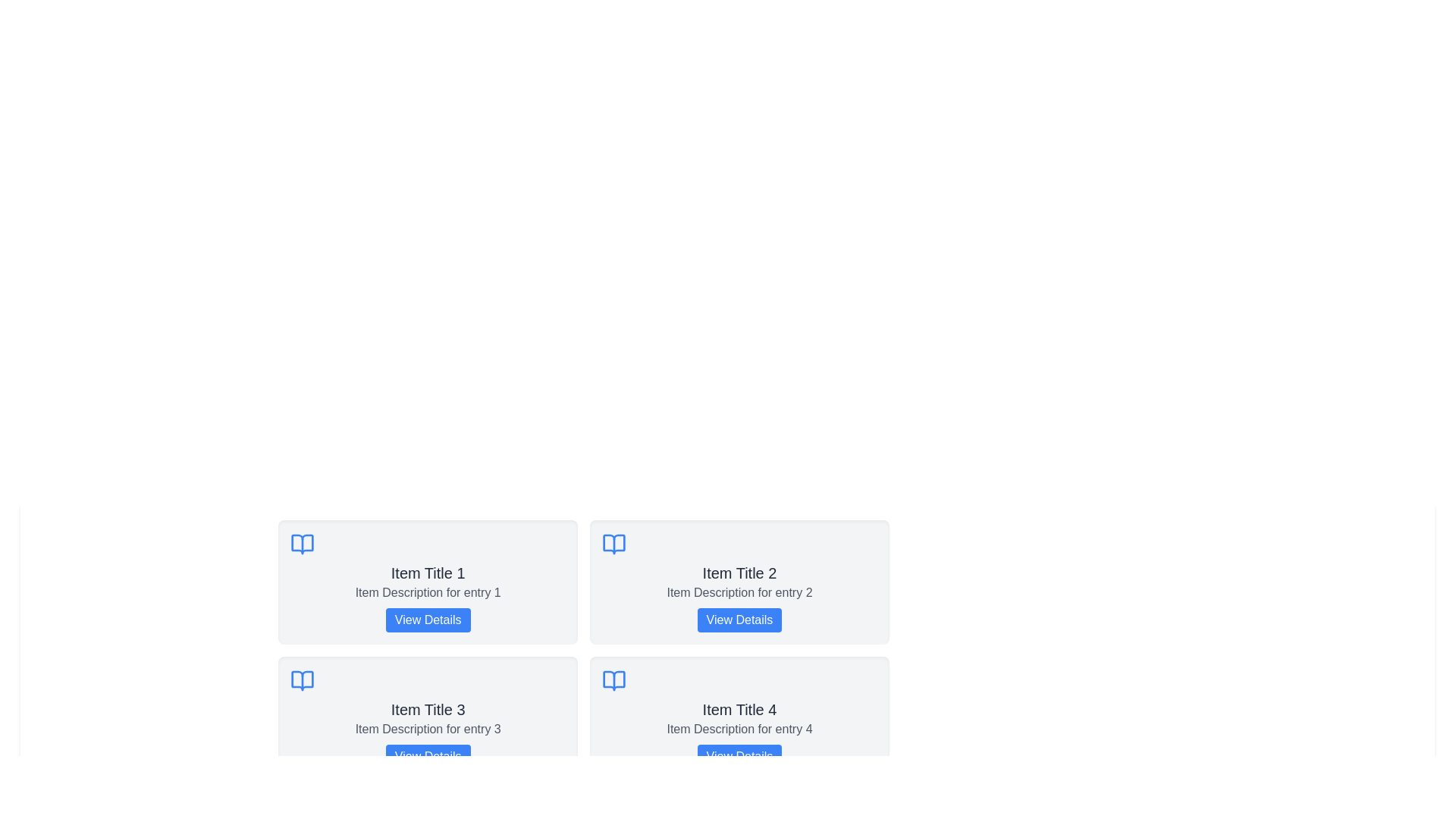 This screenshot has height=819, width=1456. I want to click on the blue open book icon located at the top-left corner of the card titled 'Item Title 2', so click(614, 543).